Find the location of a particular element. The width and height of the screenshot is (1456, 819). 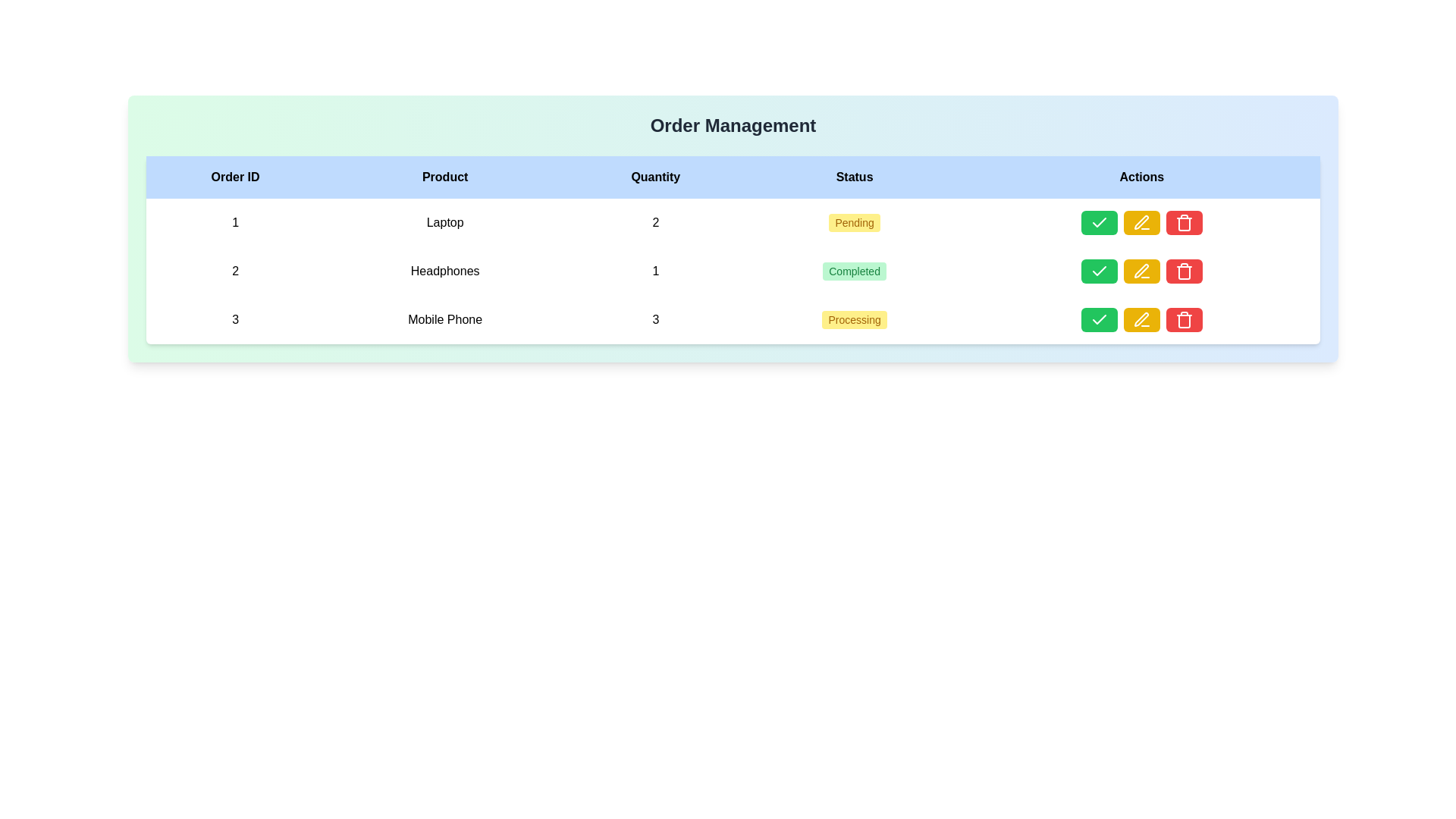

the Text badge in the 'Status' column of the second row, which indicates that the product 'Headphones' is completed is located at coordinates (855, 271).